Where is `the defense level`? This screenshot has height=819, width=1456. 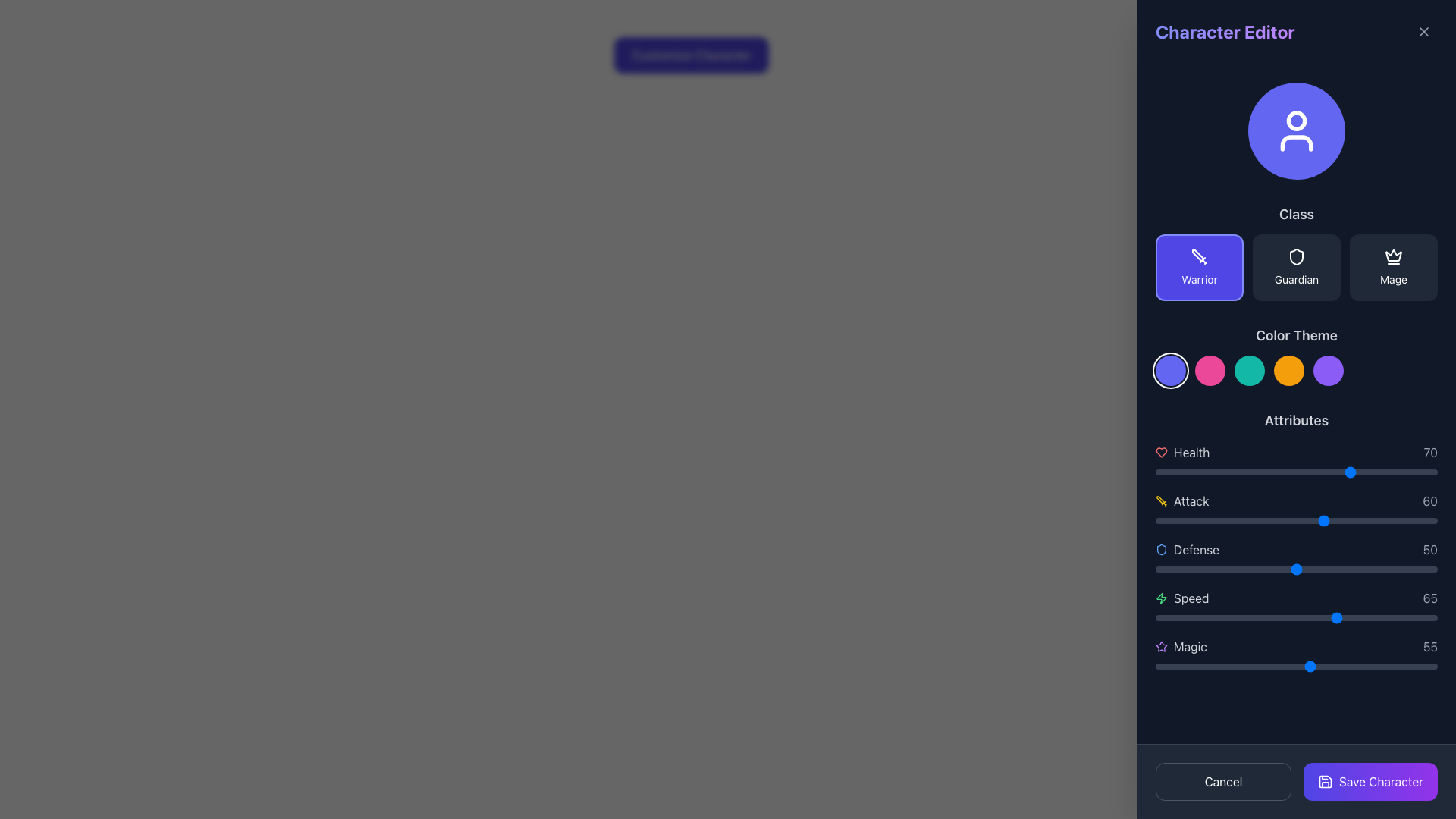
the defense level is located at coordinates (1226, 570).